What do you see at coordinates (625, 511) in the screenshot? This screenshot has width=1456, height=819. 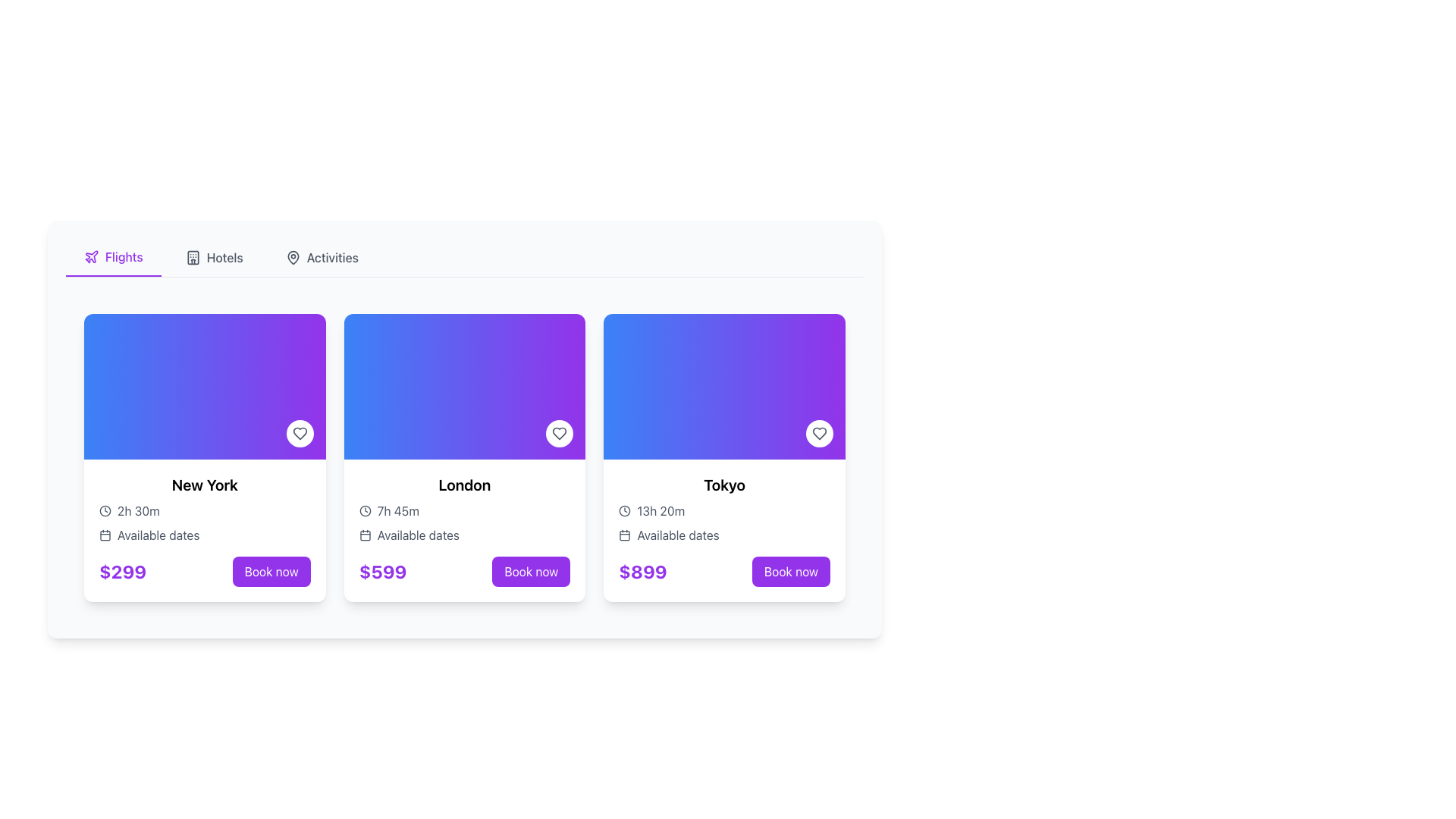 I see `the minimalist clock icon located in the 'Tokyo' card, which is positioned to the left of the text '13h 20m'` at bounding box center [625, 511].